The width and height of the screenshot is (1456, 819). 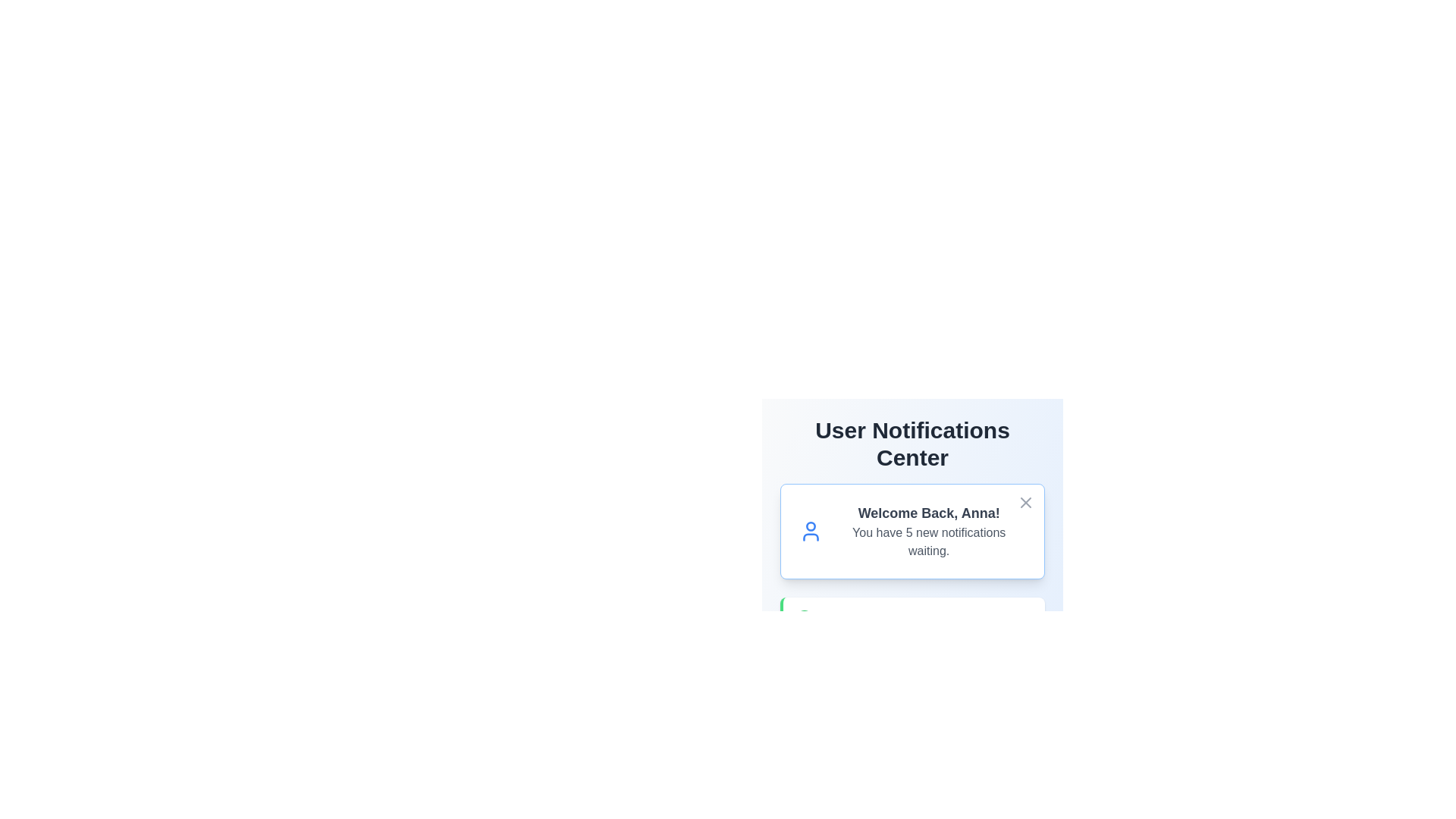 What do you see at coordinates (810, 531) in the screenshot?
I see `the user account icon located to the left of the 'Welcome Back, Anna!' text, which serves as a visual indicator for account-related information` at bounding box center [810, 531].